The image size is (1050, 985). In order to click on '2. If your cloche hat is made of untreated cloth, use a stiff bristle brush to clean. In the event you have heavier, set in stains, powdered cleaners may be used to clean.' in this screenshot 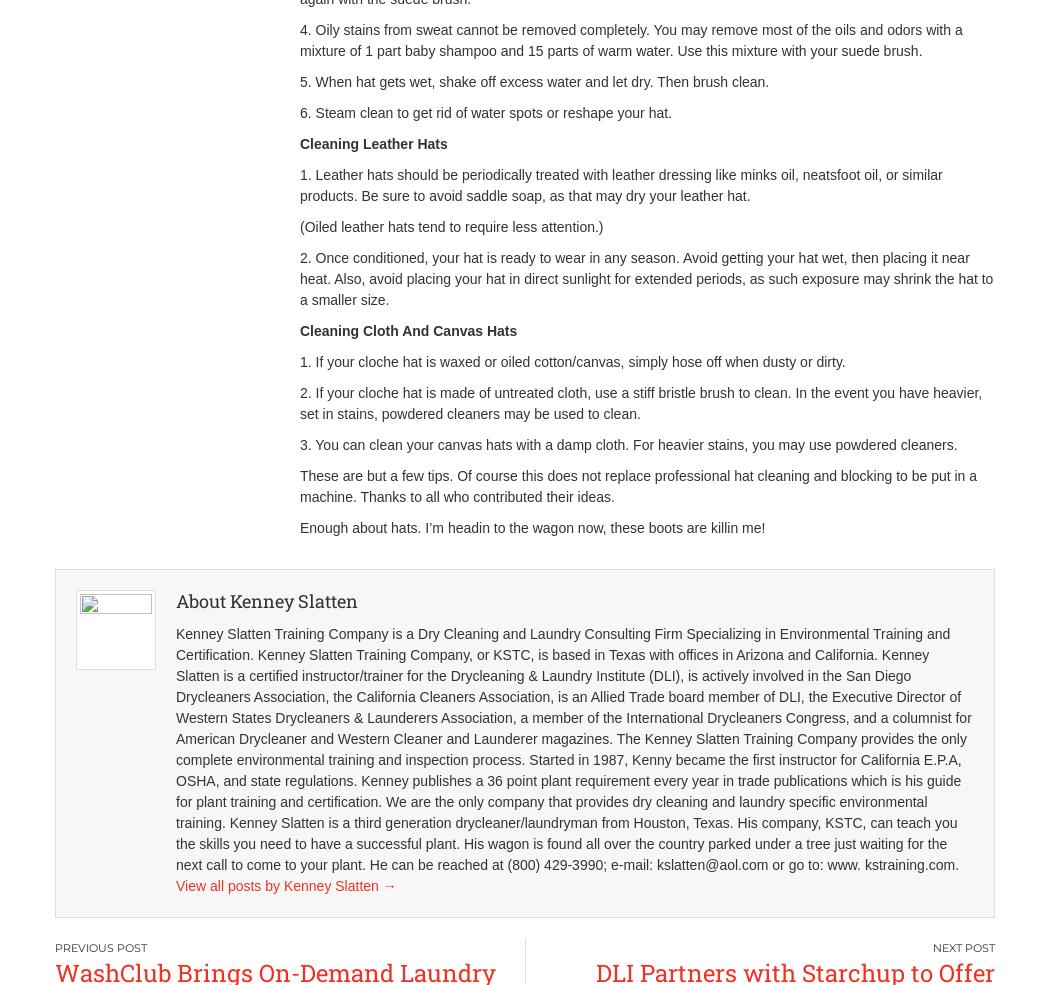, I will do `click(640, 402)`.